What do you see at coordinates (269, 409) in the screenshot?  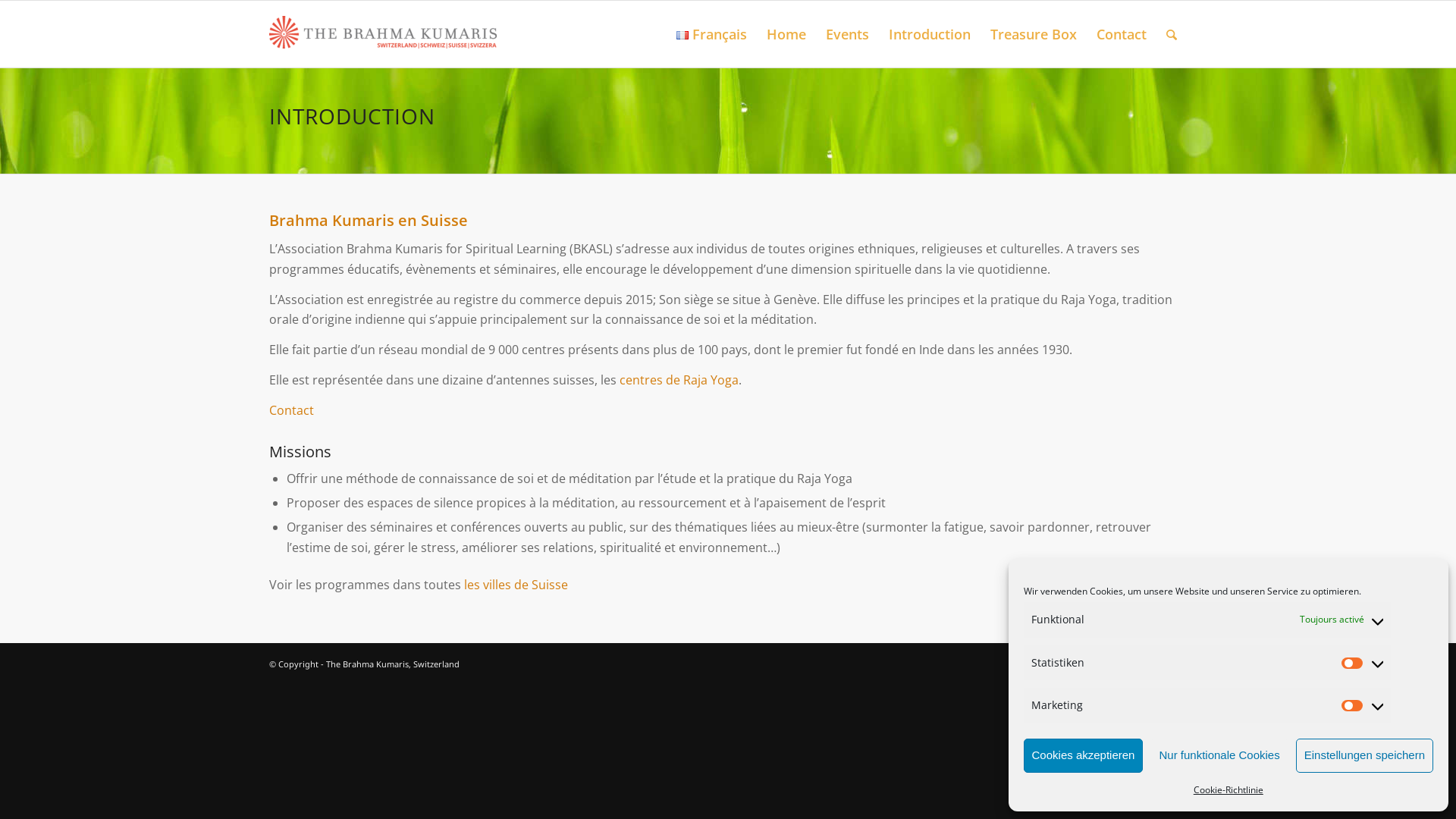 I see `'Contact'` at bounding box center [269, 409].